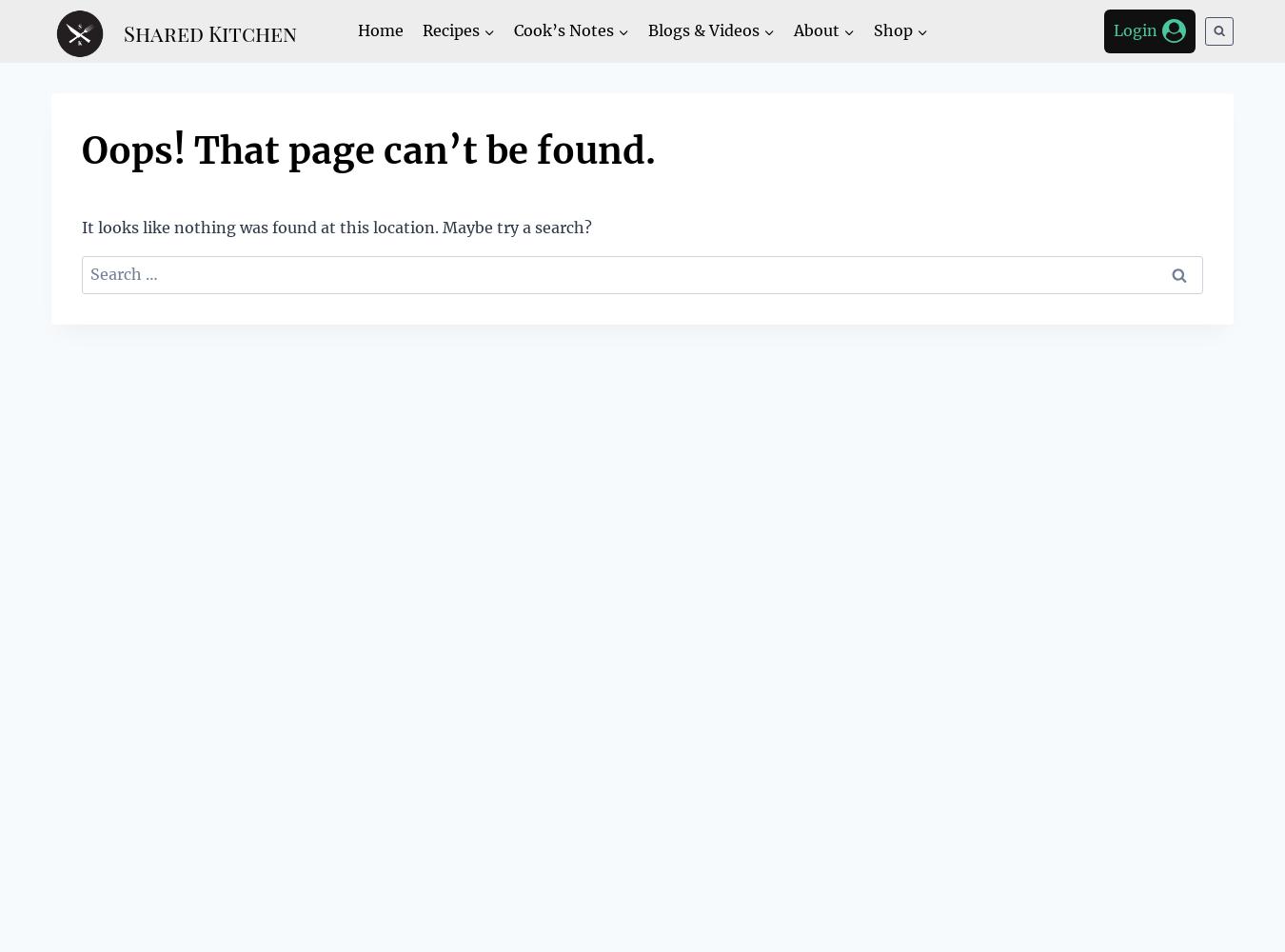 The height and width of the screenshot is (952, 1285). Describe the element at coordinates (421, 30) in the screenshot. I see `'Recipes'` at that location.